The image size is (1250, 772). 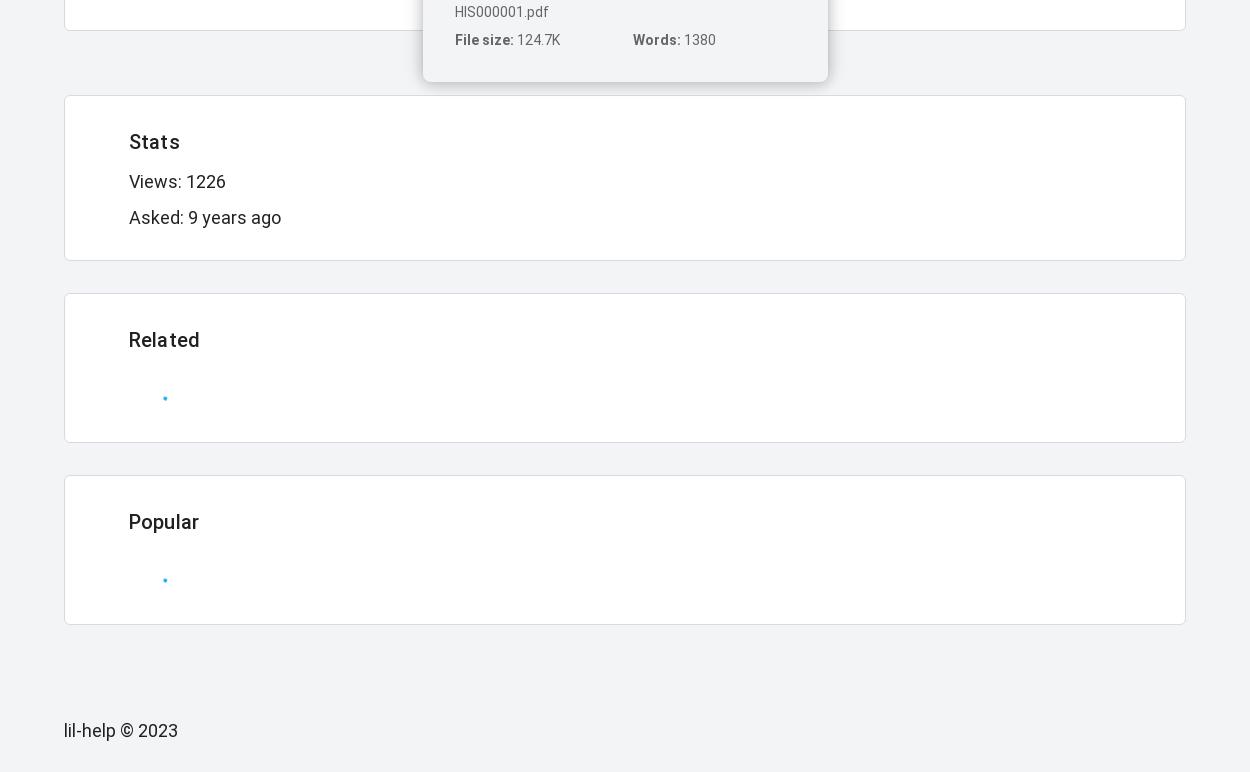 What do you see at coordinates (188, 217) in the screenshot?
I see `'9 years ago'` at bounding box center [188, 217].